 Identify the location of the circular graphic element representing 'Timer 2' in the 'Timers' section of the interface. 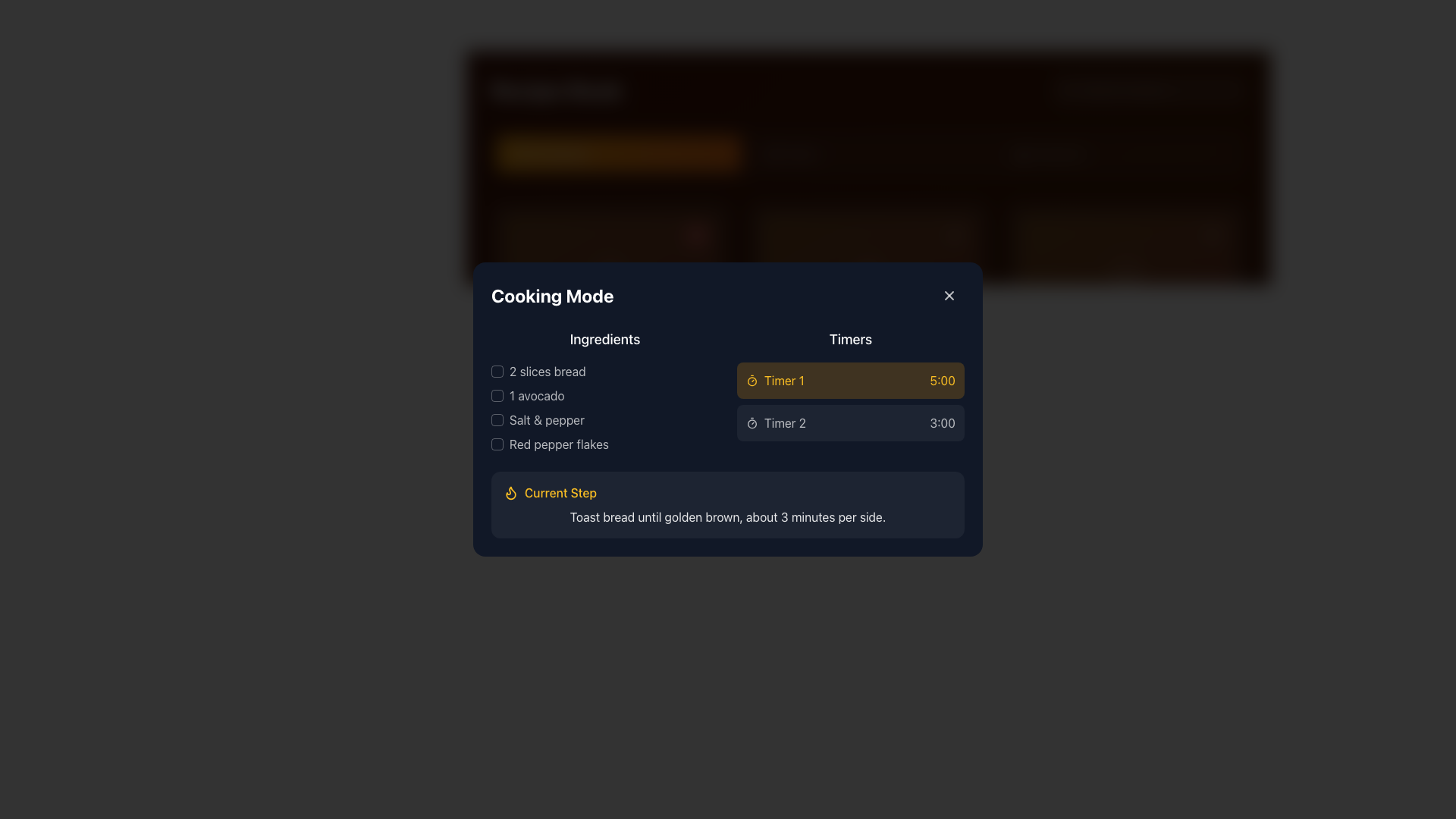
(752, 424).